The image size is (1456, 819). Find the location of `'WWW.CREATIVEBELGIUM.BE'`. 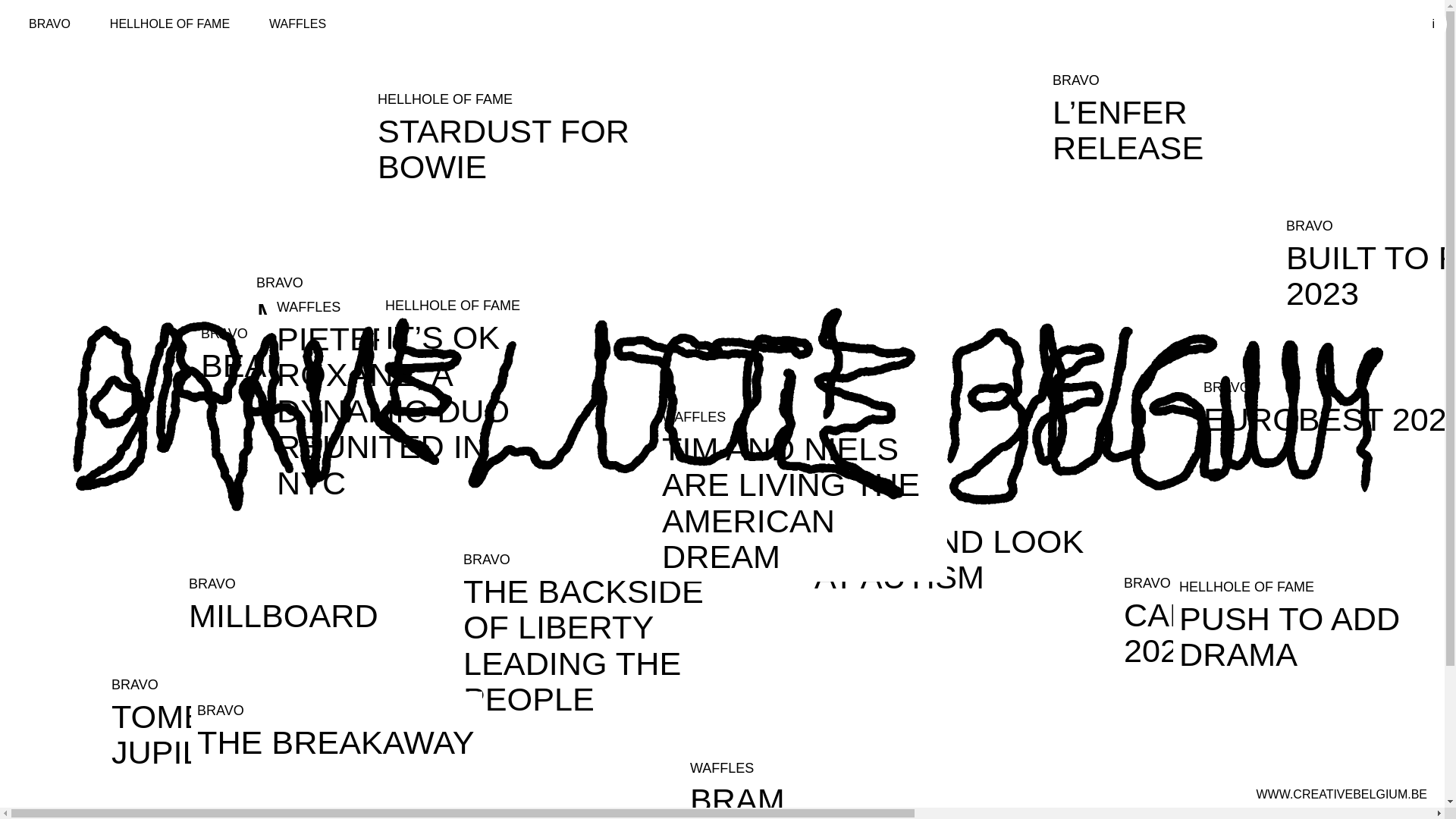

'WWW.CREATIVEBELGIUM.BE' is located at coordinates (1341, 794).